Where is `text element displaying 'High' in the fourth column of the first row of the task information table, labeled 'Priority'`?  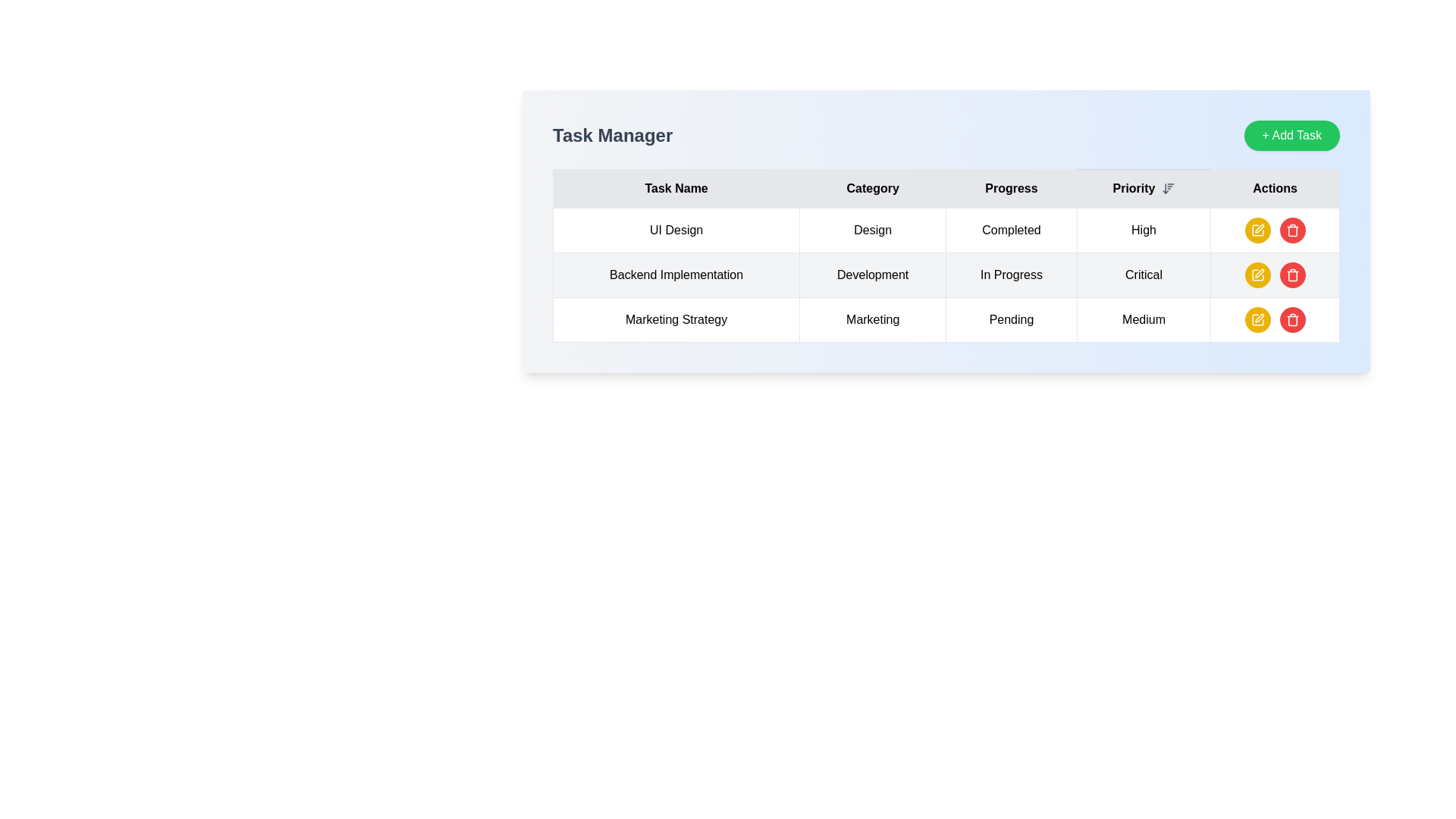 text element displaying 'High' in the fourth column of the first row of the task information table, labeled 'Priority' is located at coordinates (1144, 231).